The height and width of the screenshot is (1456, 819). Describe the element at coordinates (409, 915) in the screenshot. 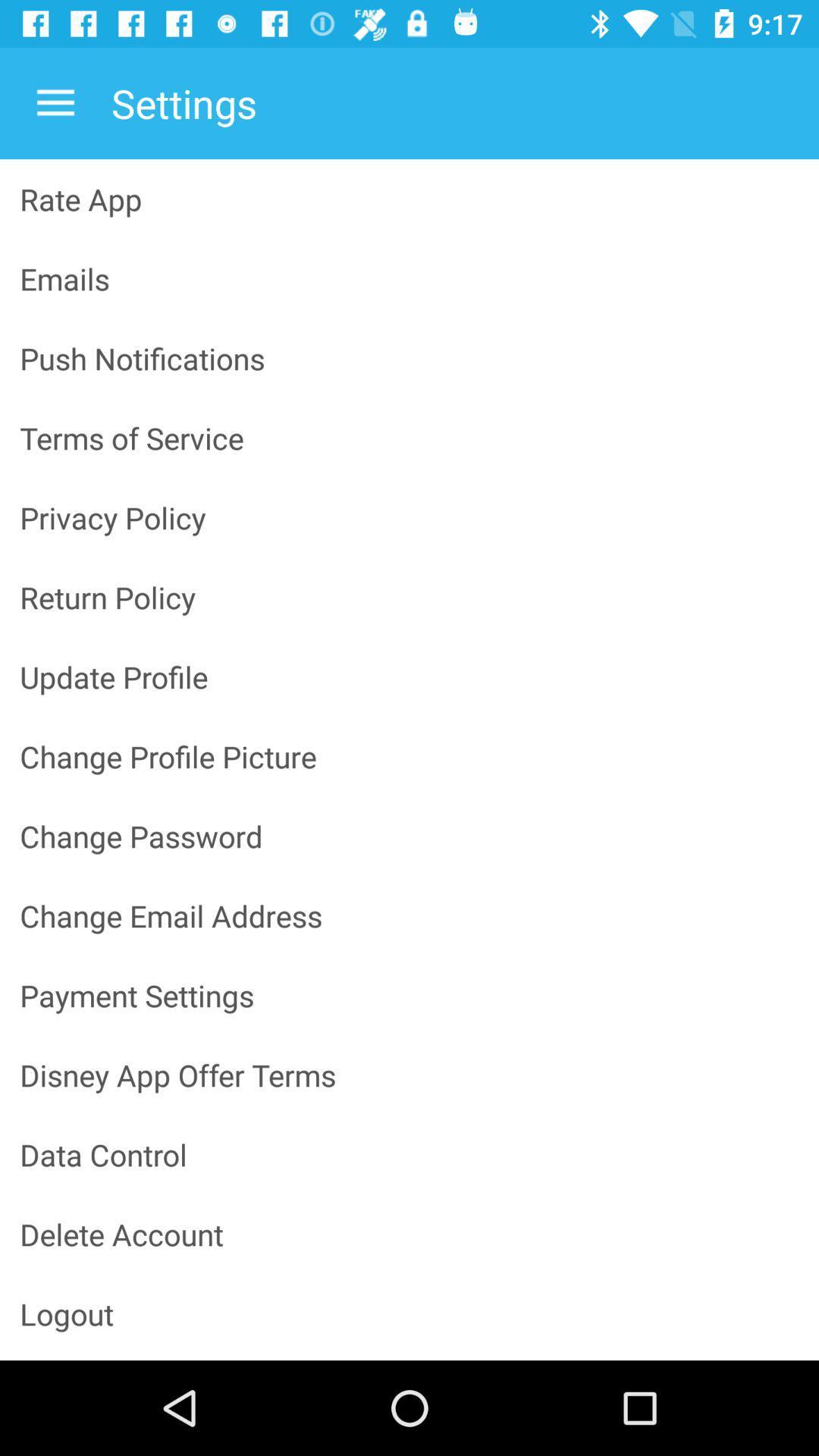

I see `change email address` at that location.